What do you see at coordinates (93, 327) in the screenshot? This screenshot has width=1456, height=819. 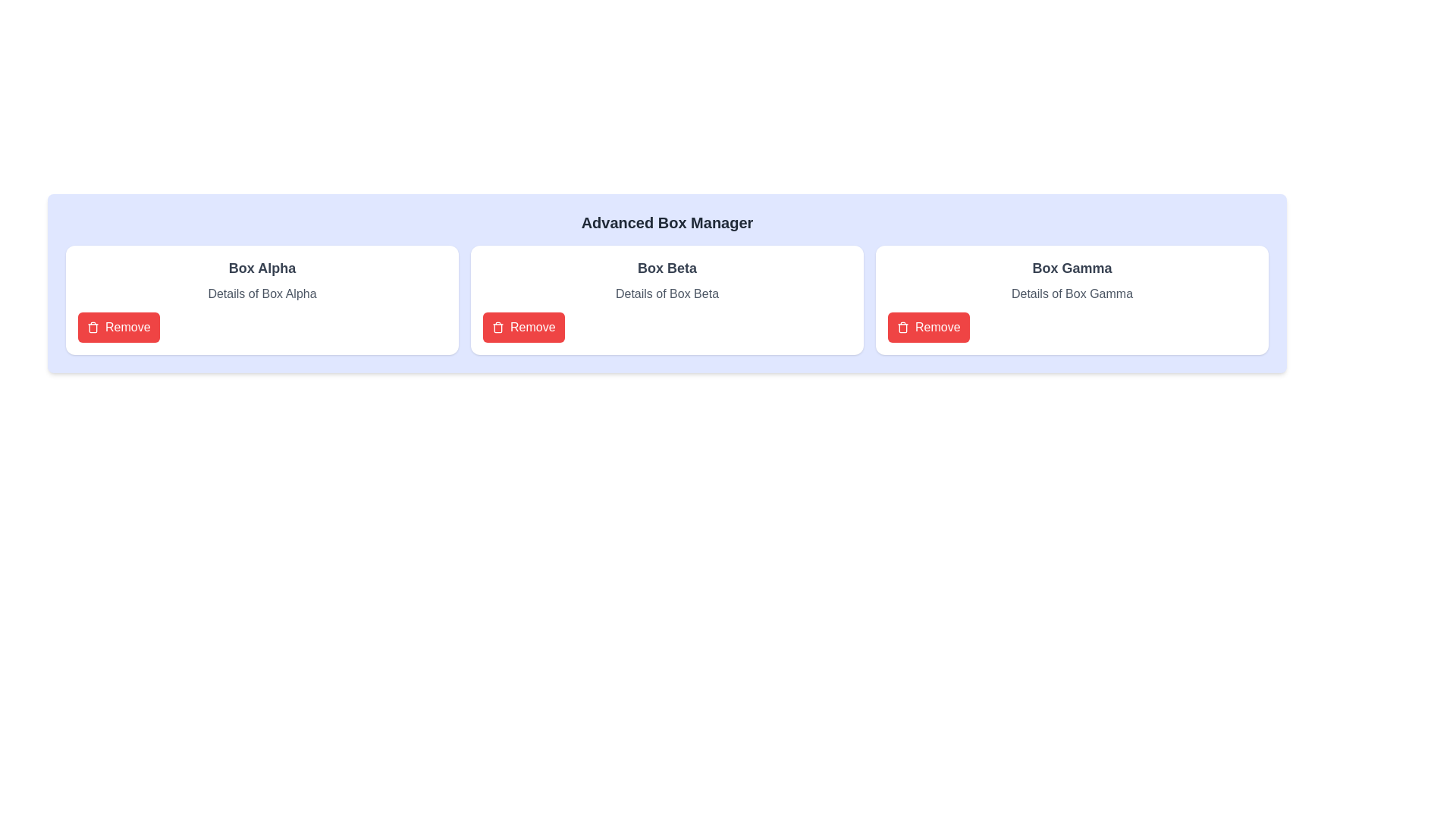 I see `the trash icon located in the bottom-left corner of the 'Remove' button within the 'Box Alpha' frame` at bounding box center [93, 327].